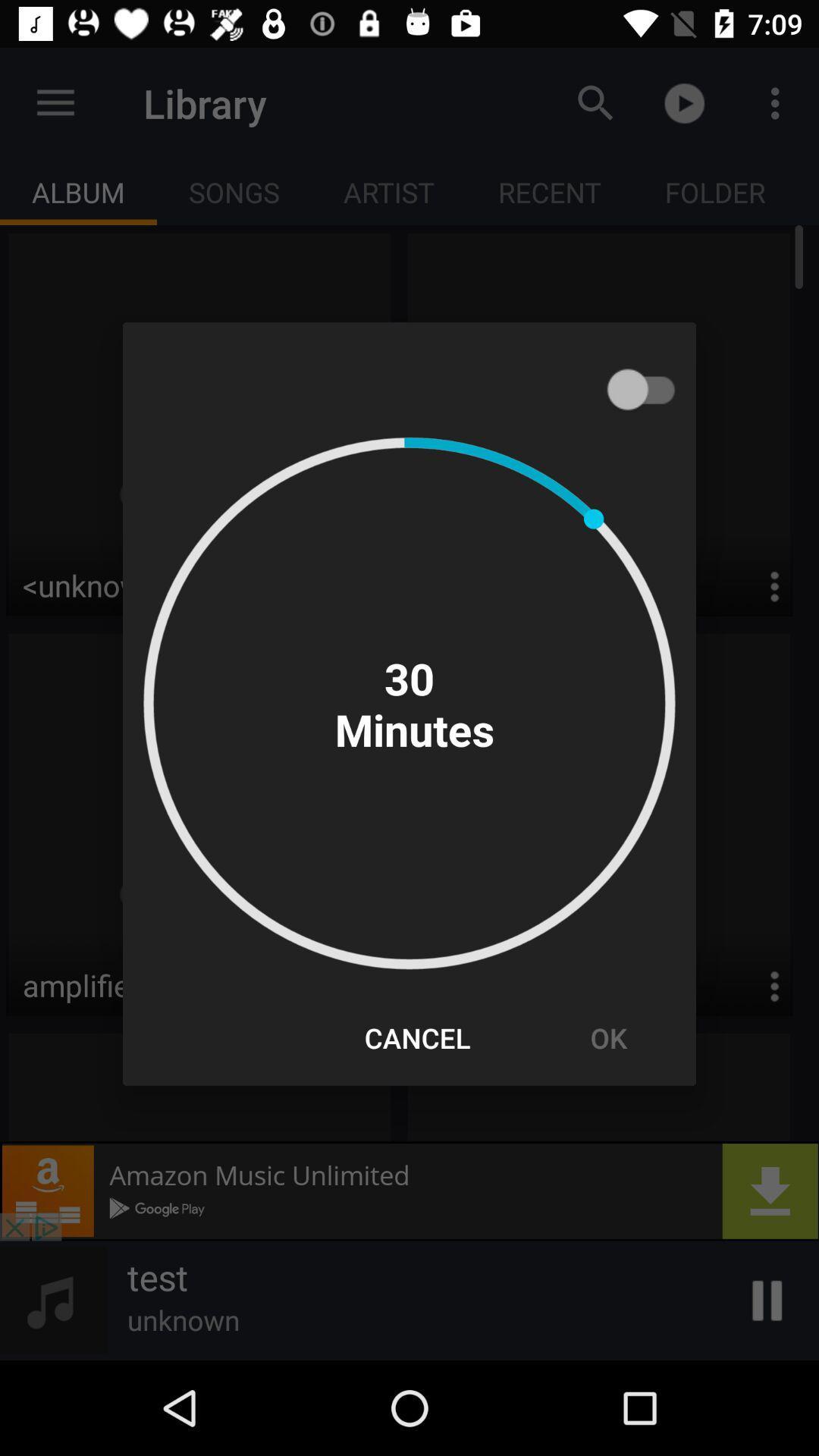 This screenshot has height=1456, width=819. Describe the element at coordinates (607, 1037) in the screenshot. I see `icon to the right of cancel` at that location.